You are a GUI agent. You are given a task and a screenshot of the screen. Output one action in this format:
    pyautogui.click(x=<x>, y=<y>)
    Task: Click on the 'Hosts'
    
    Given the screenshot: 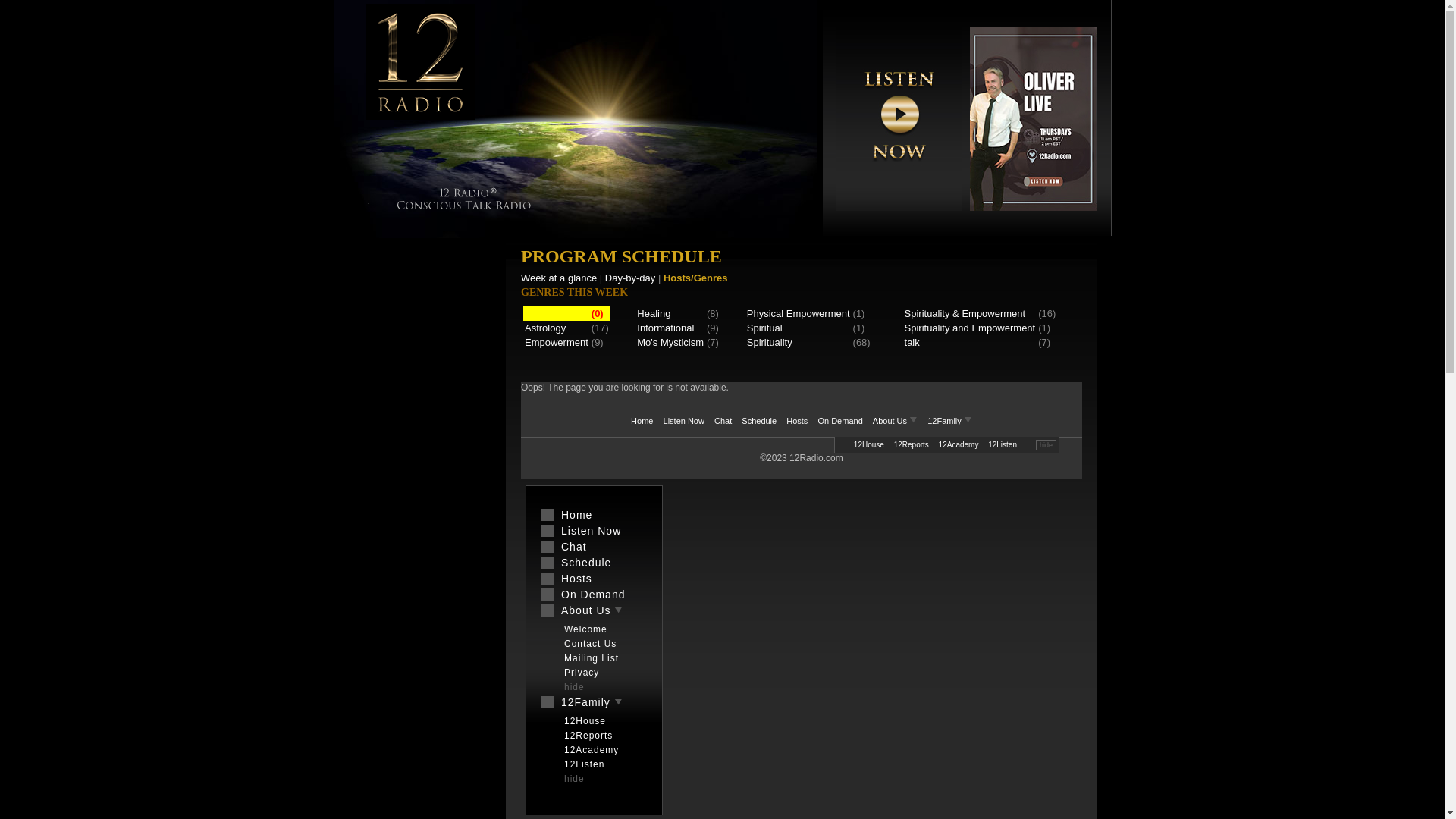 What is the action you would take?
    pyautogui.click(x=593, y=579)
    